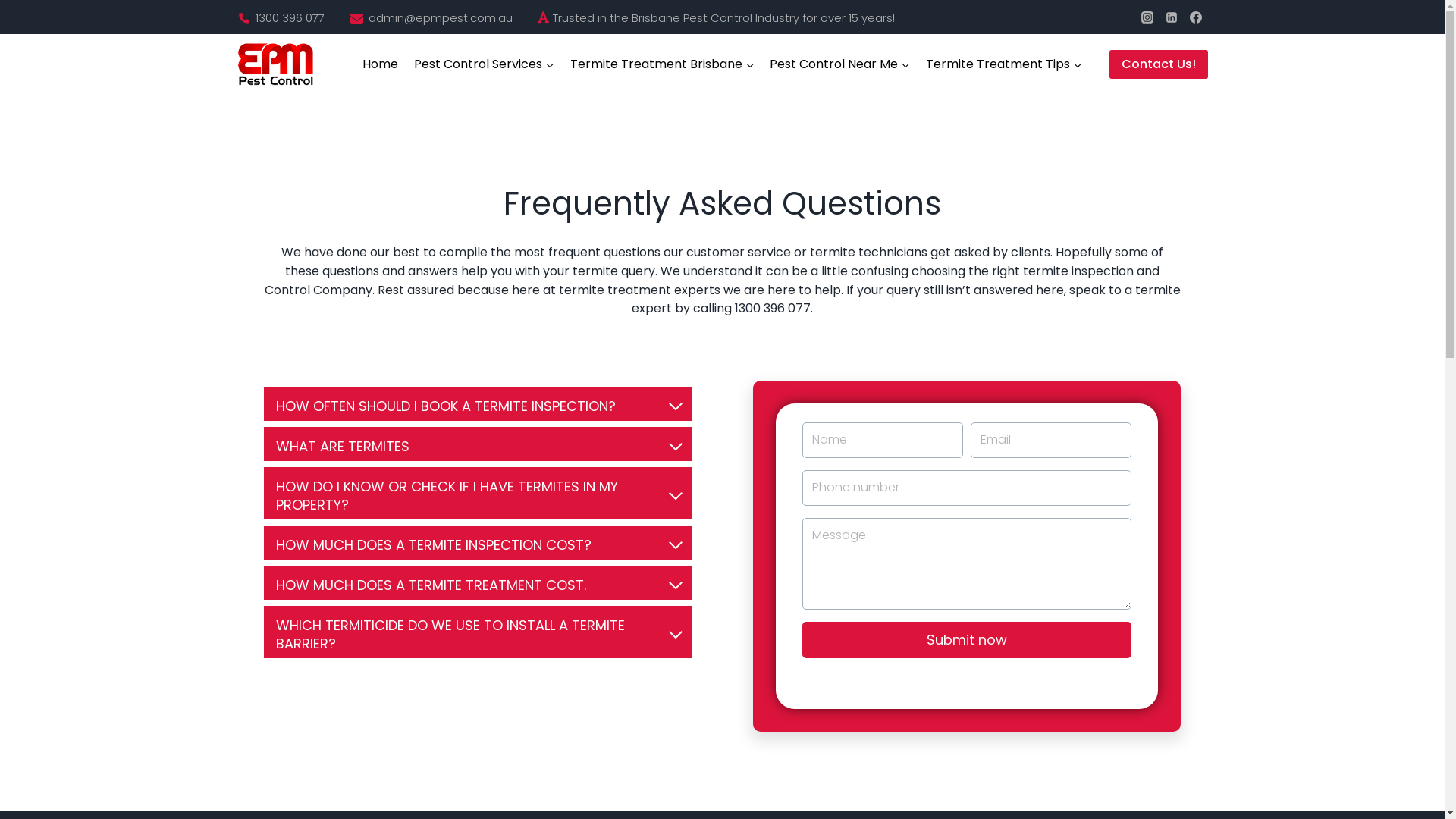  What do you see at coordinates (839, 64) in the screenshot?
I see `'Pest Control Near Me'` at bounding box center [839, 64].